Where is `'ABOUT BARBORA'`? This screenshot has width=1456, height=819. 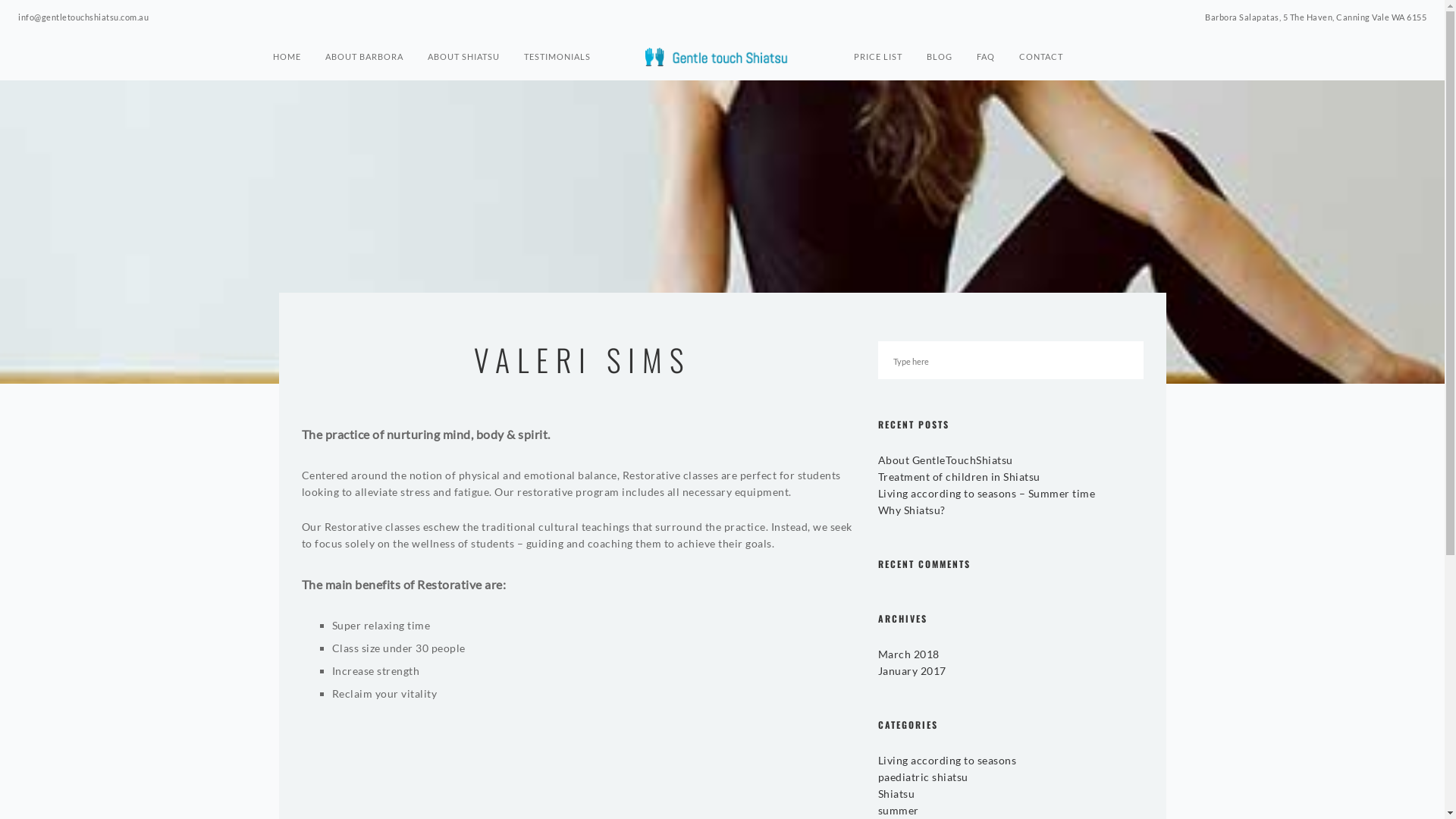 'ABOUT BARBORA' is located at coordinates (364, 57).